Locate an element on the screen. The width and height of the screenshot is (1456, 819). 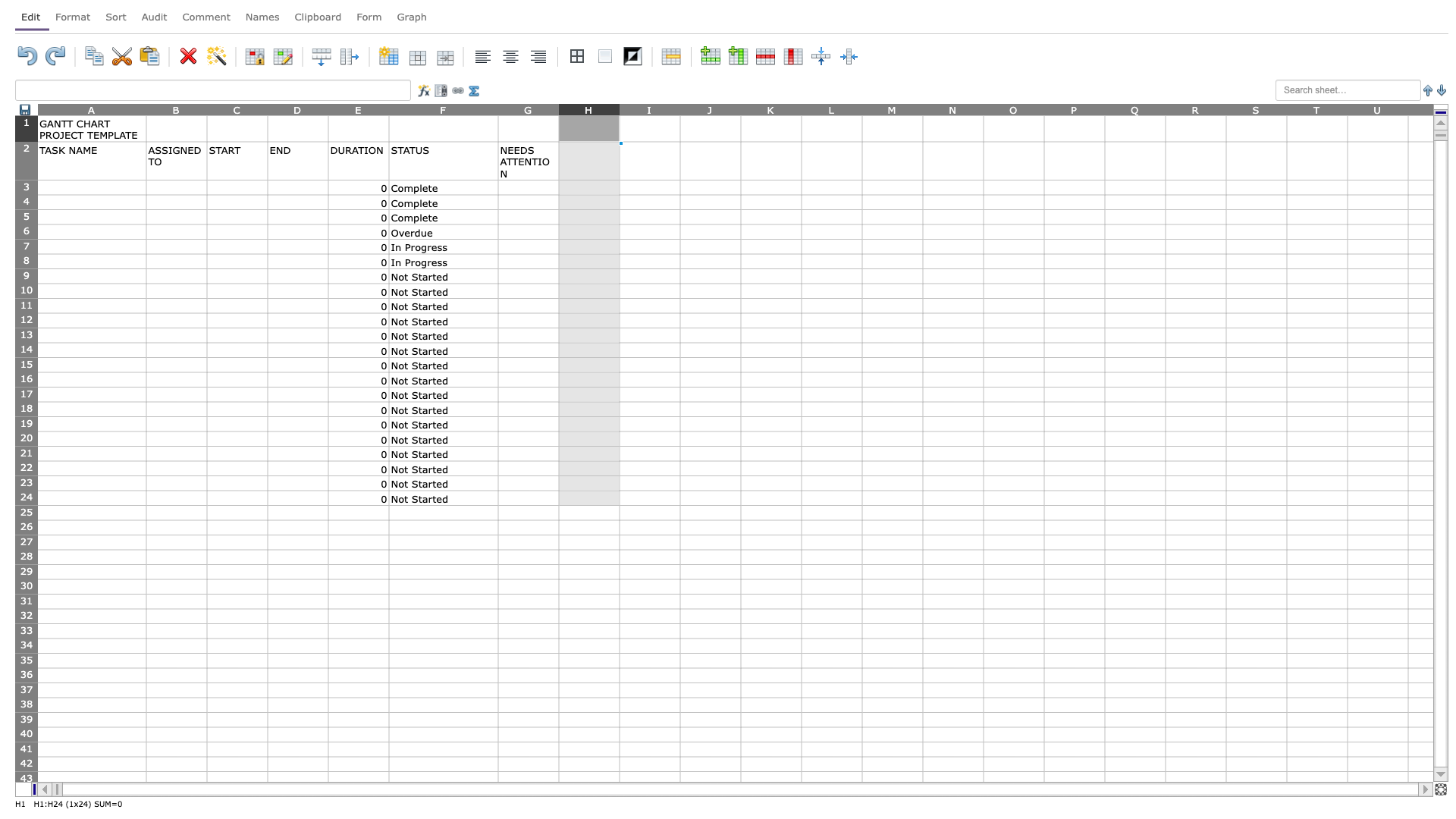
Hover over column J's resize handle is located at coordinates (741, 108).